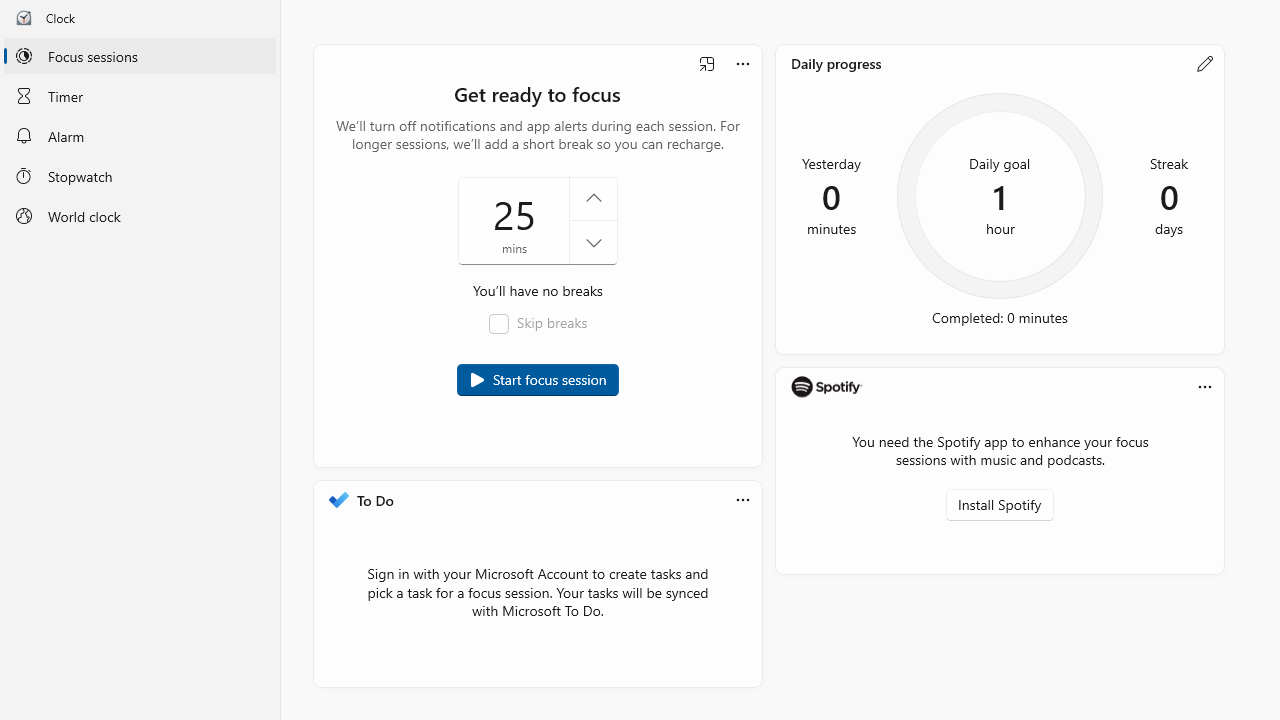  Describe the element at coordinates (139, 55) in the screenshot. I see `'Focus sessions'` at that location.